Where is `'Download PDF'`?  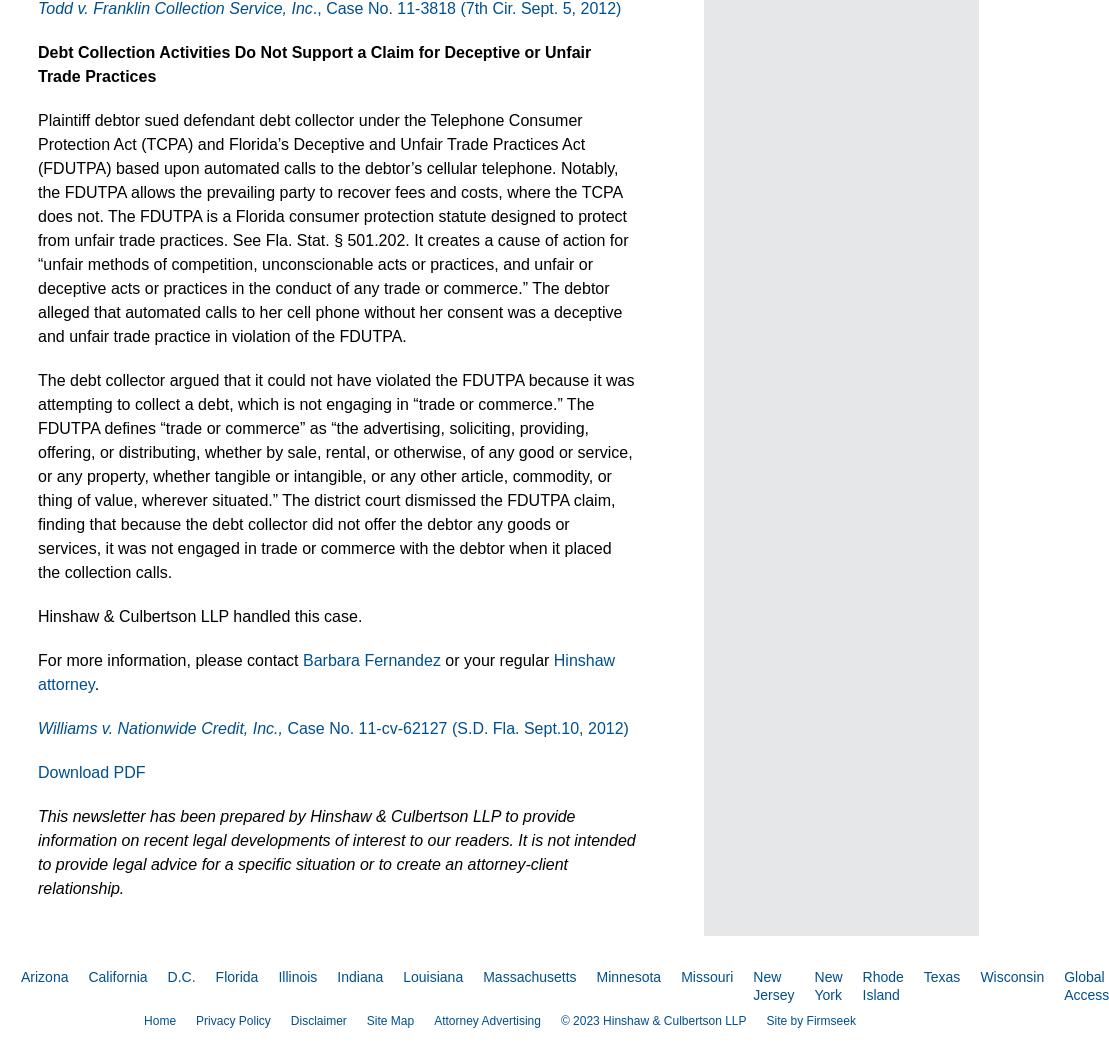 'Download PDF' is located at coordinates (90, 771).